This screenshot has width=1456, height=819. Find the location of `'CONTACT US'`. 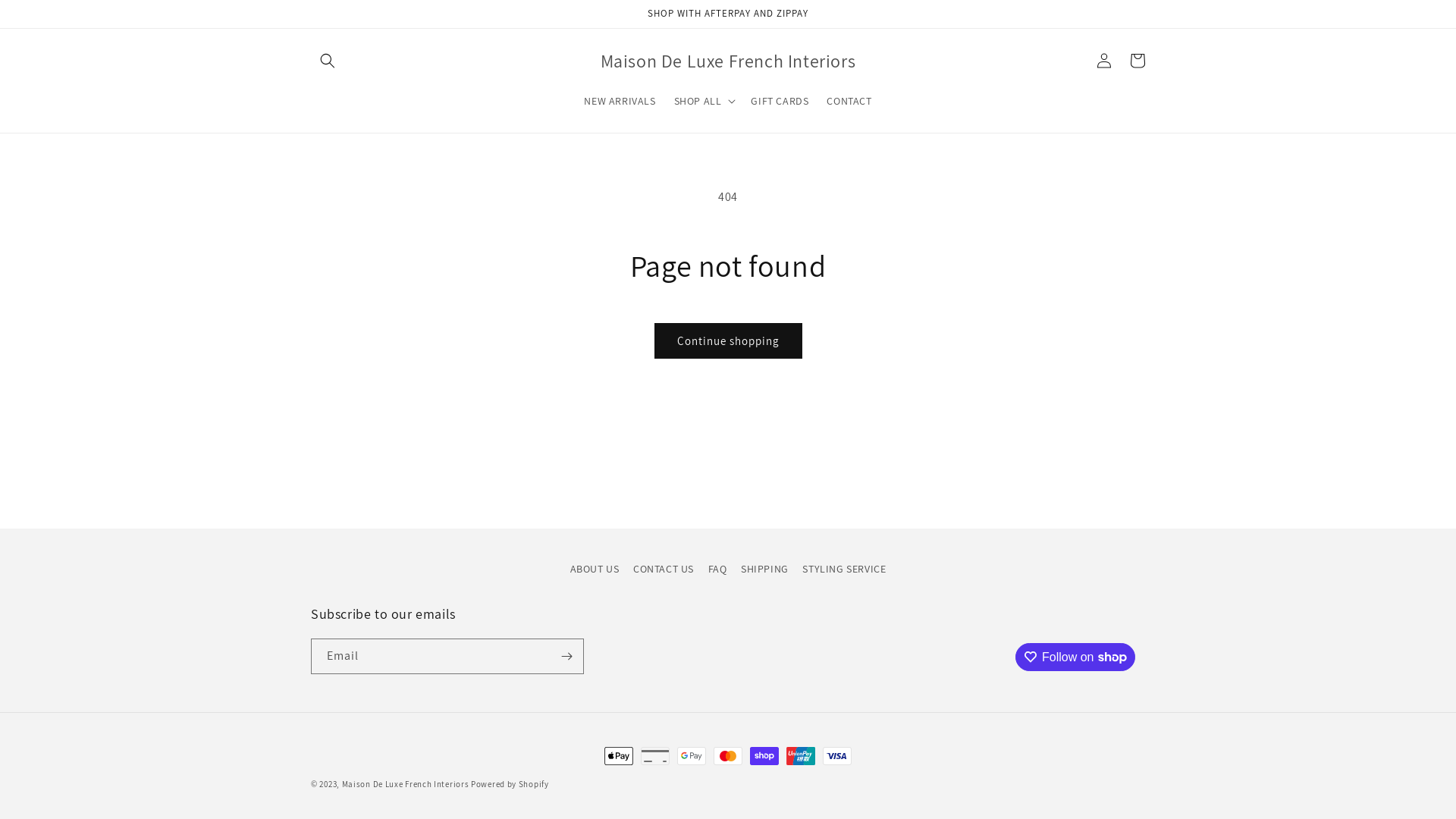

'CONTACT US' is located at coordinates (663, 569).